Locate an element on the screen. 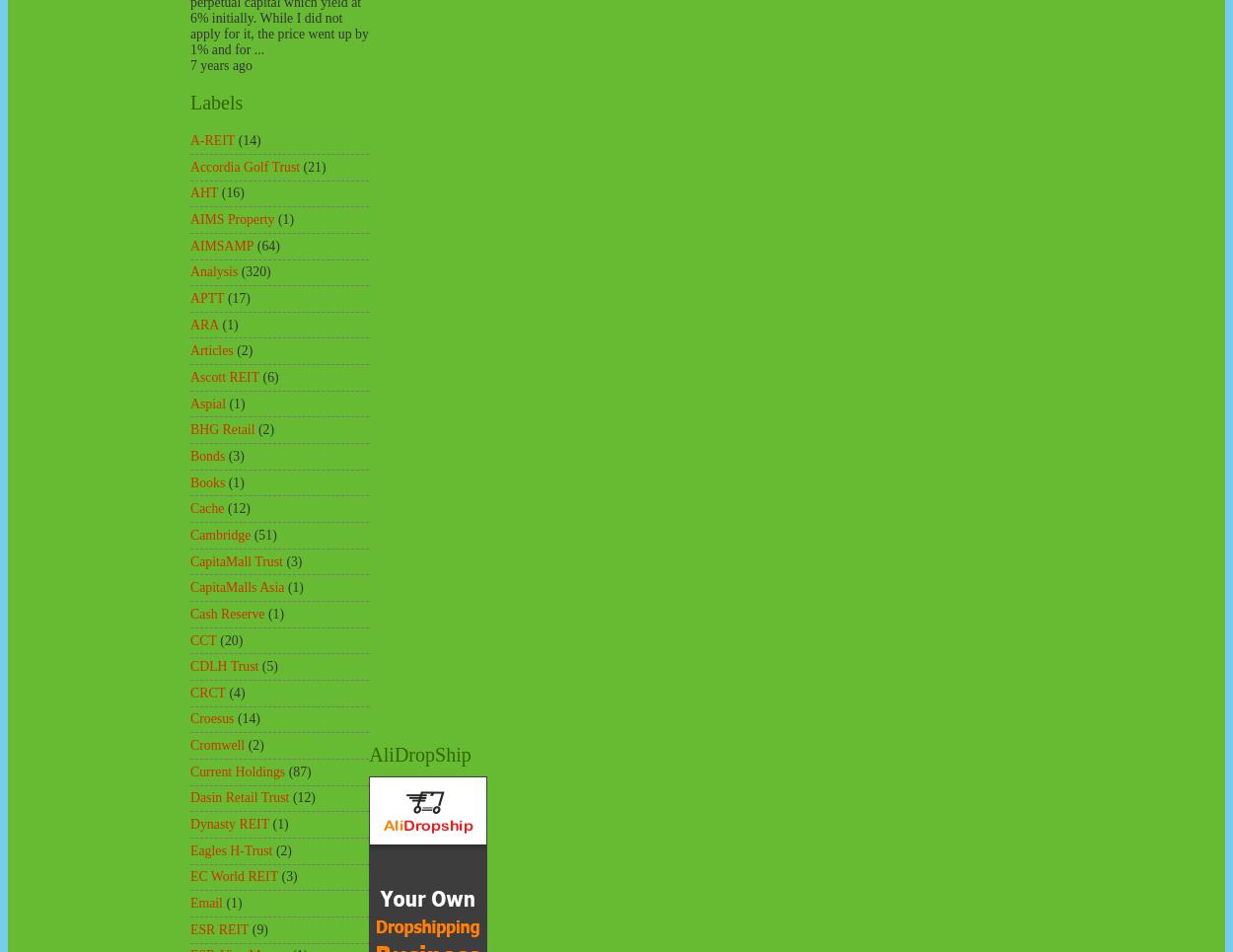 The image size is (1233, 952). 'AIMSAMP' is located at coordinates (221, 244).